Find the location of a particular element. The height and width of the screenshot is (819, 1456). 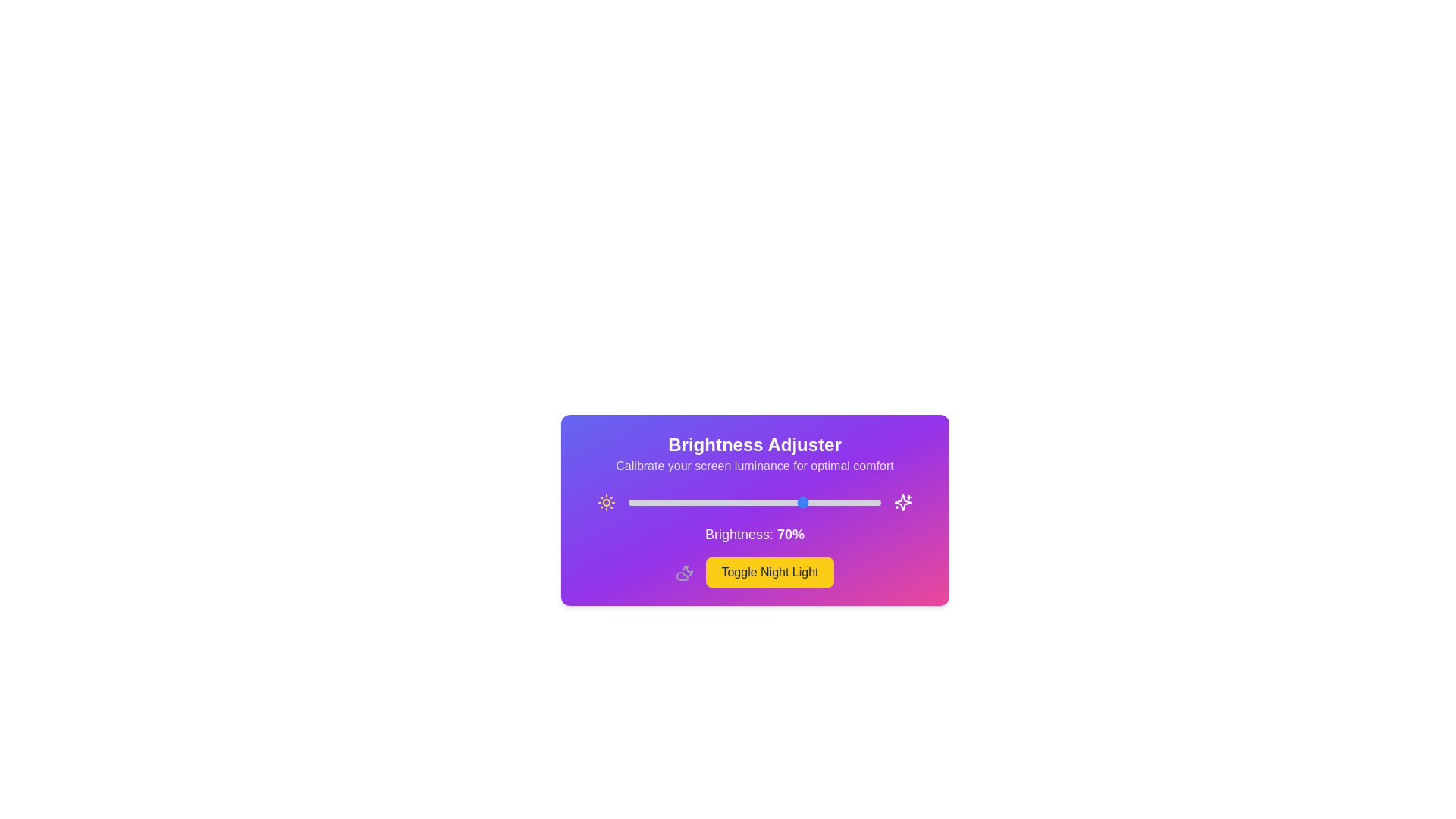

the 'Toggle Night Light' button to toggle the mode is located at coordinates (770, 573).